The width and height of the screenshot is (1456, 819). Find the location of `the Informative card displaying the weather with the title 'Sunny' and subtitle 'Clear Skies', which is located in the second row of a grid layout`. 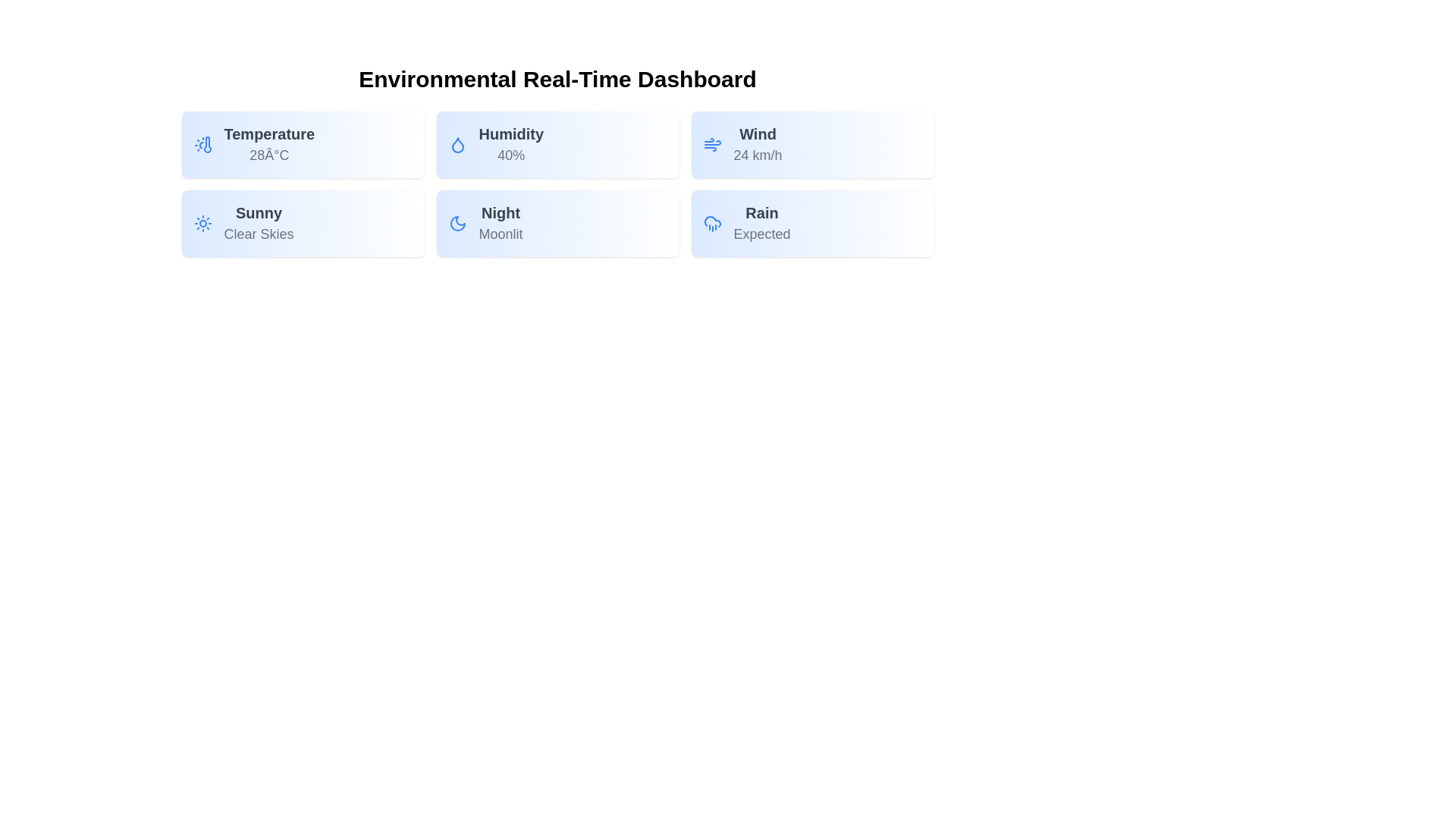

the Informative card displaying the weather with the title 'Sunny' and subtitle 'Clear Skies', which is located in the second row of a grid layout is located at coordinates (303, 223).